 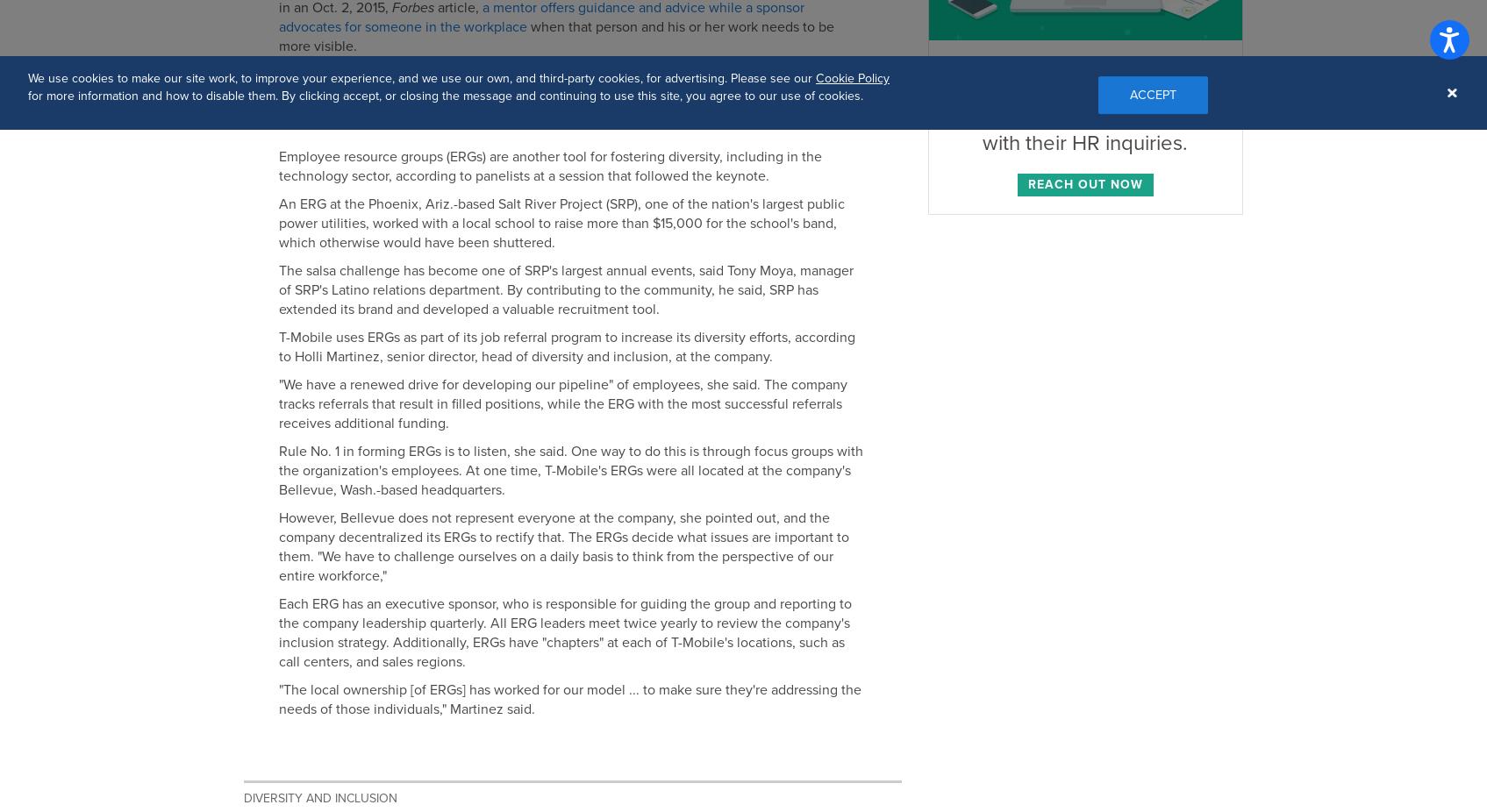 What do you see at coordinates (385, 118) in the screenshot?
I see `'Employee Resource Groups'` at bounding box center [385, 118].